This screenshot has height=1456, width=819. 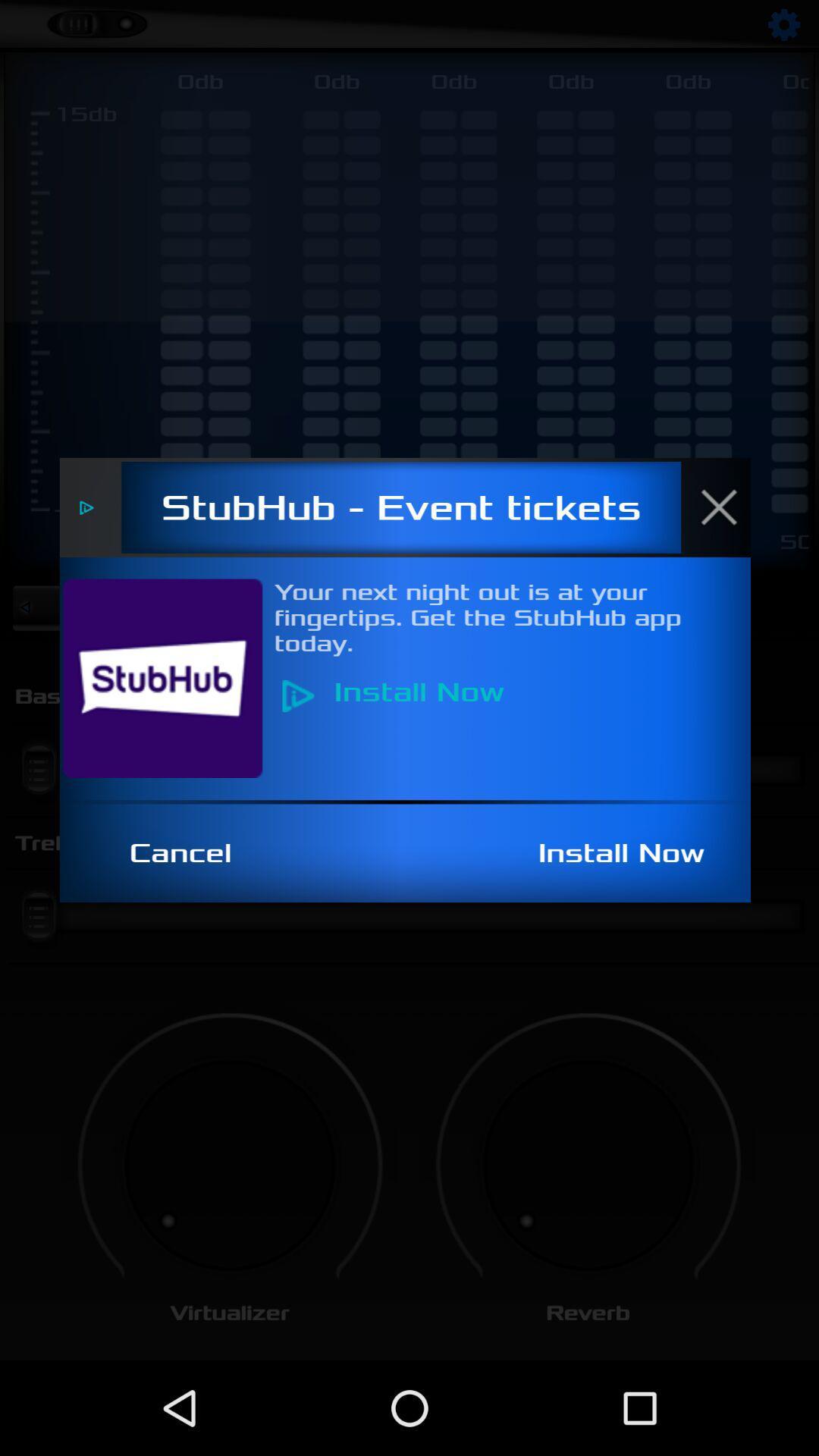 I want to click on button, so click(x=726, y=507).